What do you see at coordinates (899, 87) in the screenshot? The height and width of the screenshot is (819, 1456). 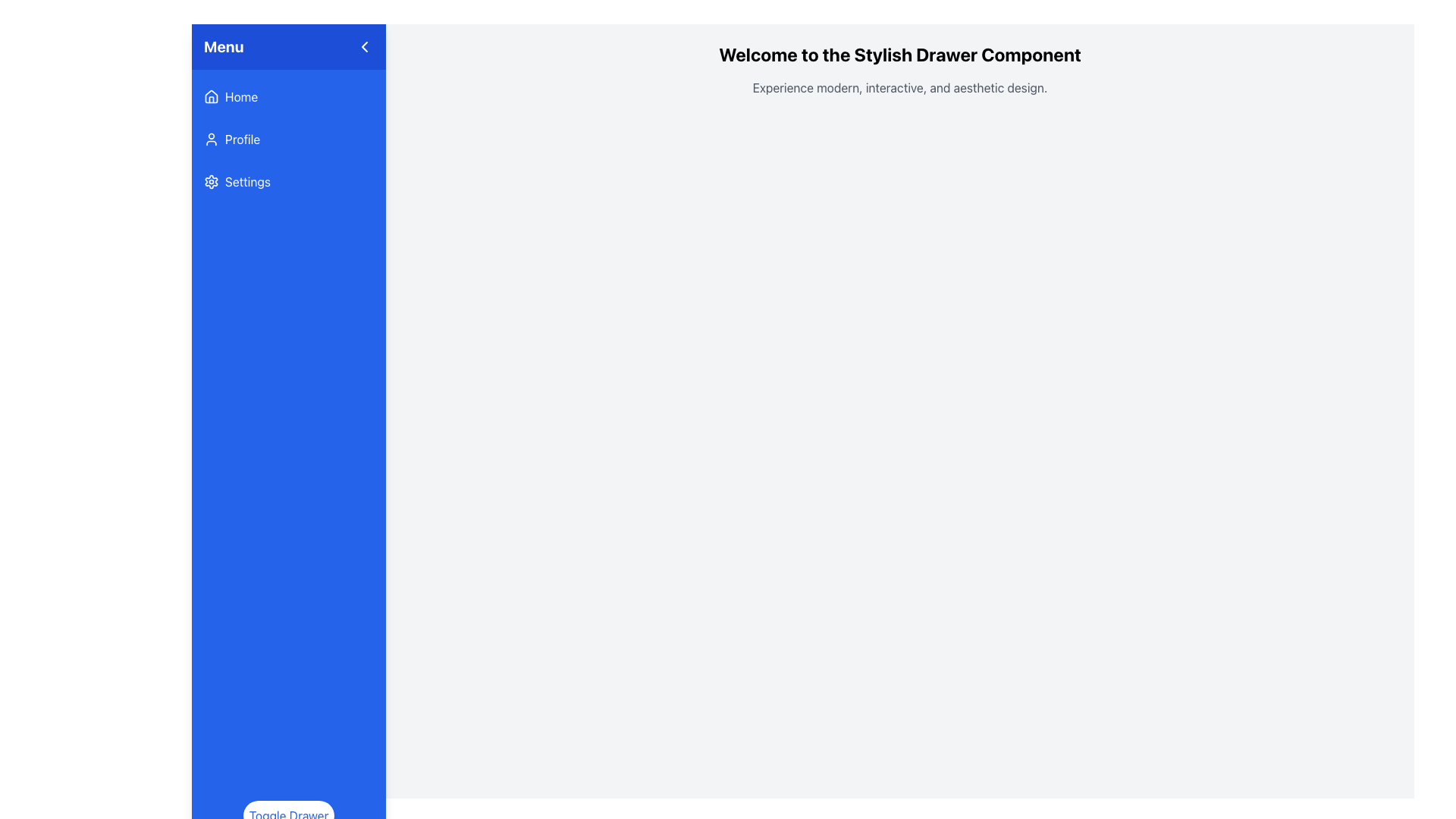 I see `text displayed in the gray font: 'Experience modern, interactive, and aesthetic design.' which is located below the heading 'Welcome to the Stylish Drawer Component.'` at bounding box center [899, 87].